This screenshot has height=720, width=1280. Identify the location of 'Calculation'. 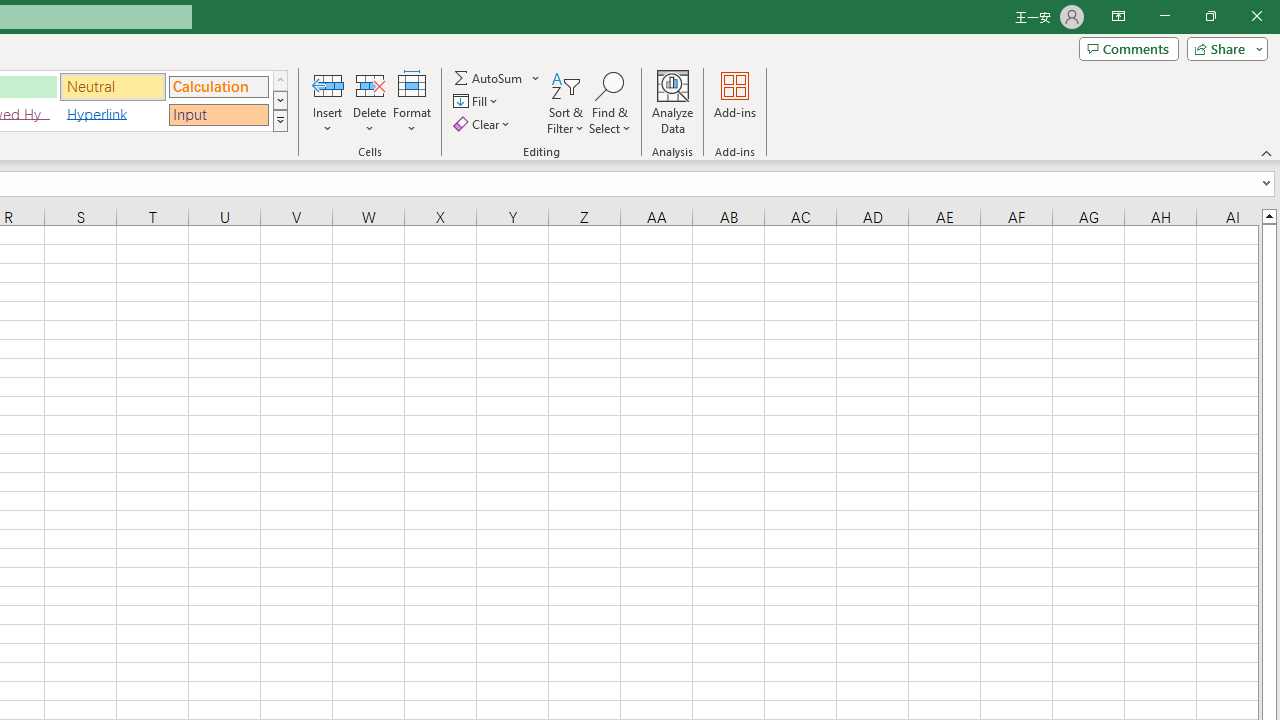
(218, 85).